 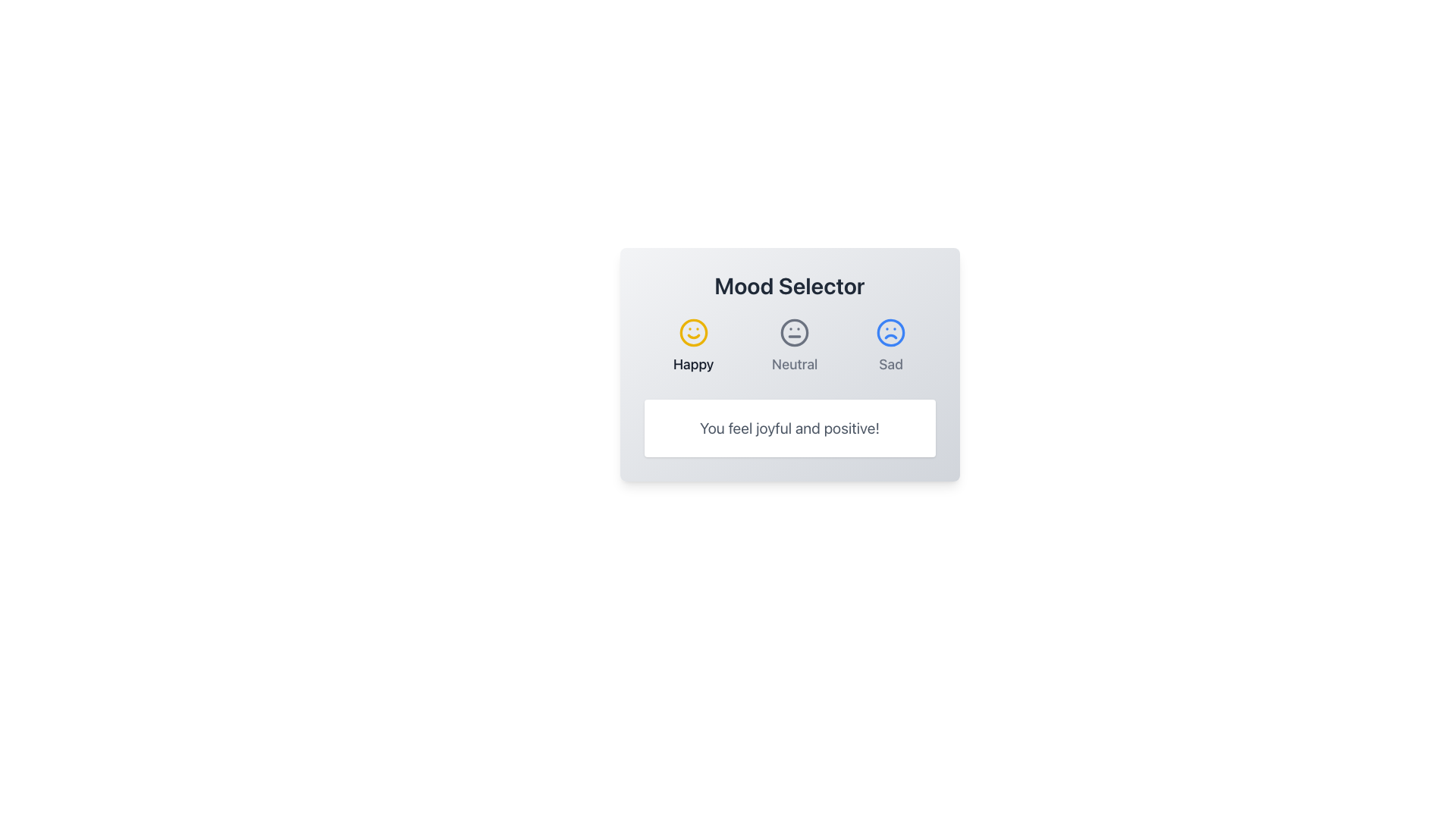 What do you see at coordinates (789, 428) in the screenshot?
I see `highlighted text displayed in the Text Display element located below the mood selector options` at bounding box center [789, 428].